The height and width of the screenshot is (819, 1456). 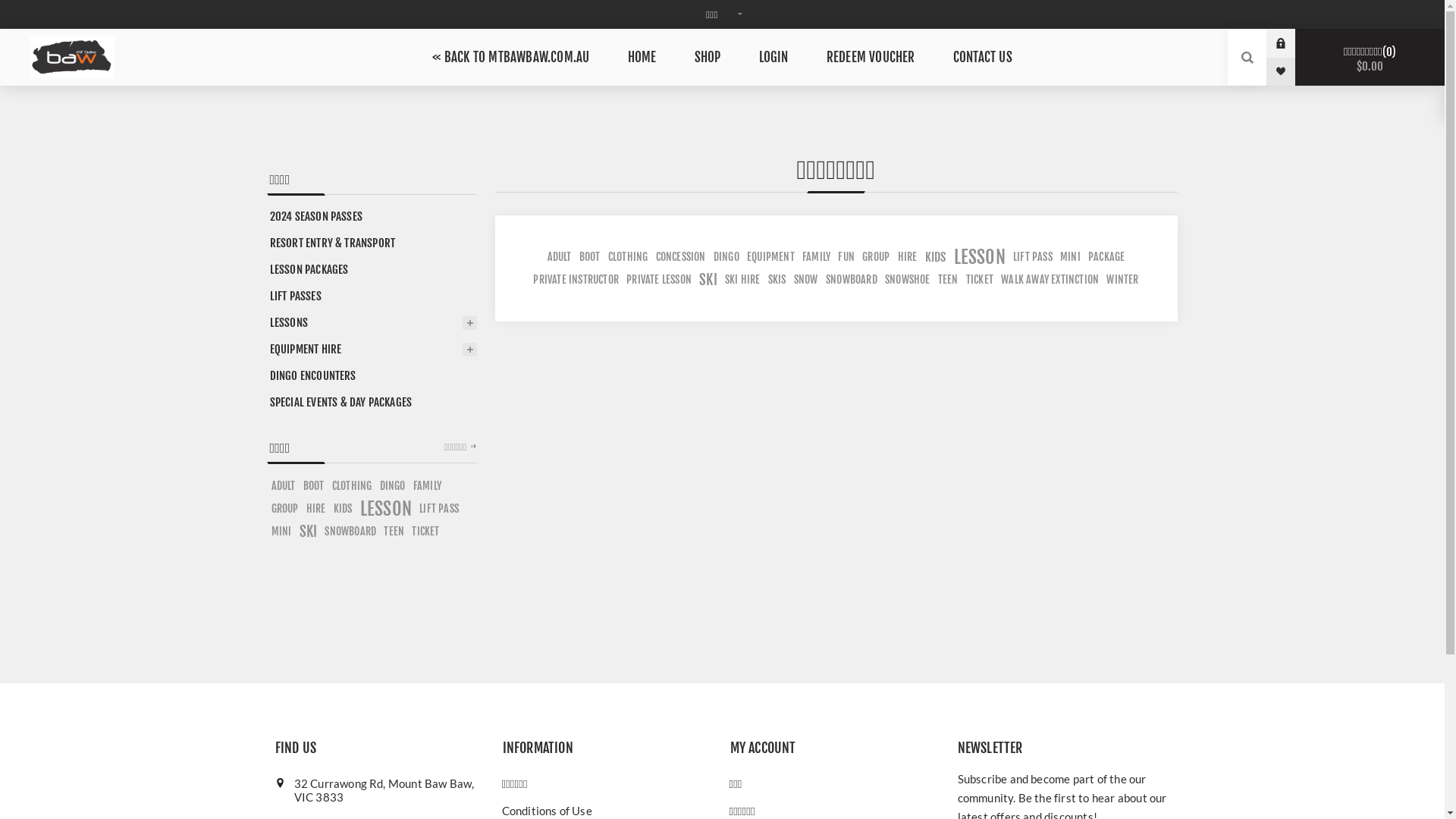 I want to click on 'WINTER', so click(x=1122, y=280).